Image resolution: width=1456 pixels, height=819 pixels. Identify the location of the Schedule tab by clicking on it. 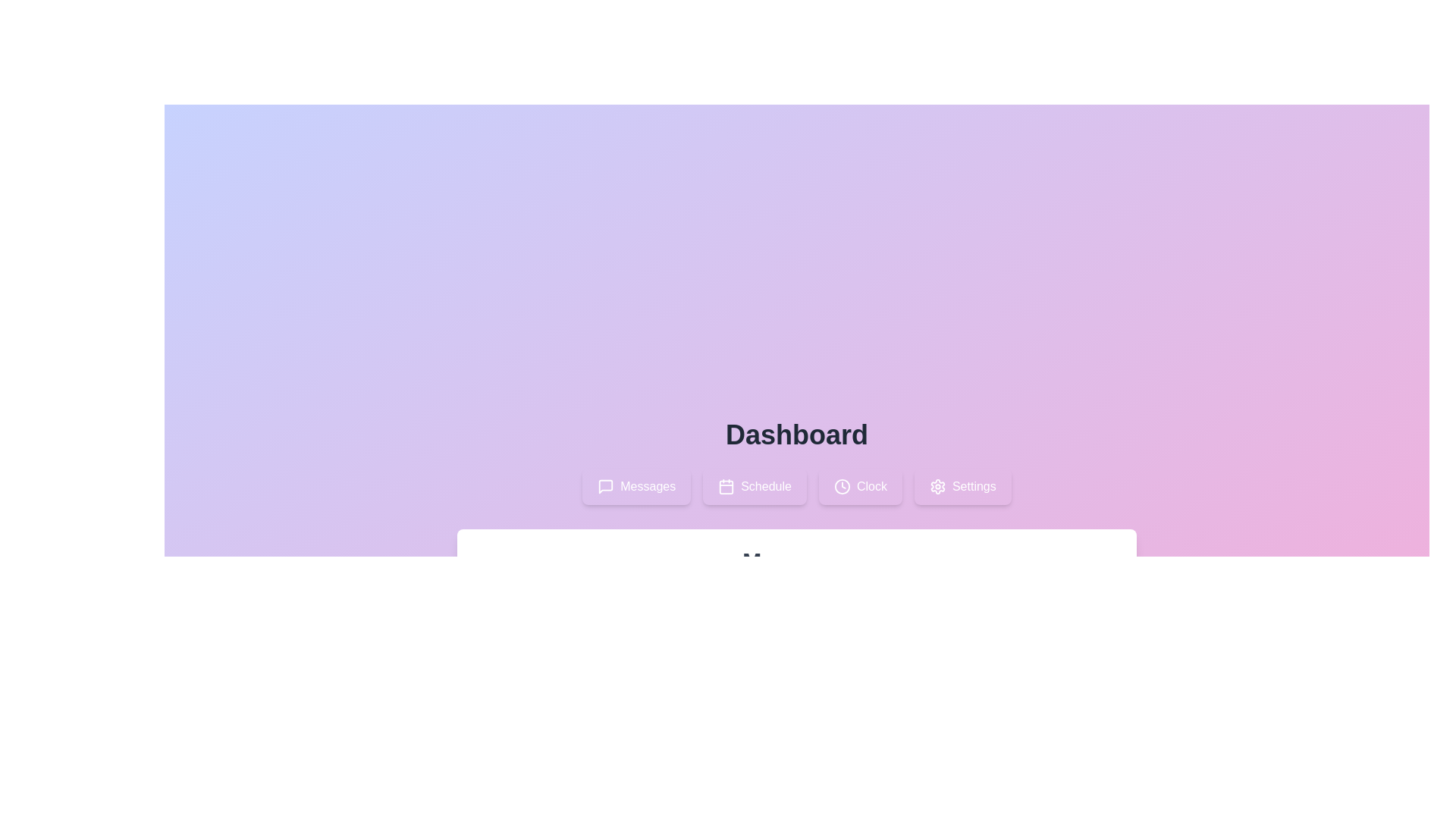
(755, 486).